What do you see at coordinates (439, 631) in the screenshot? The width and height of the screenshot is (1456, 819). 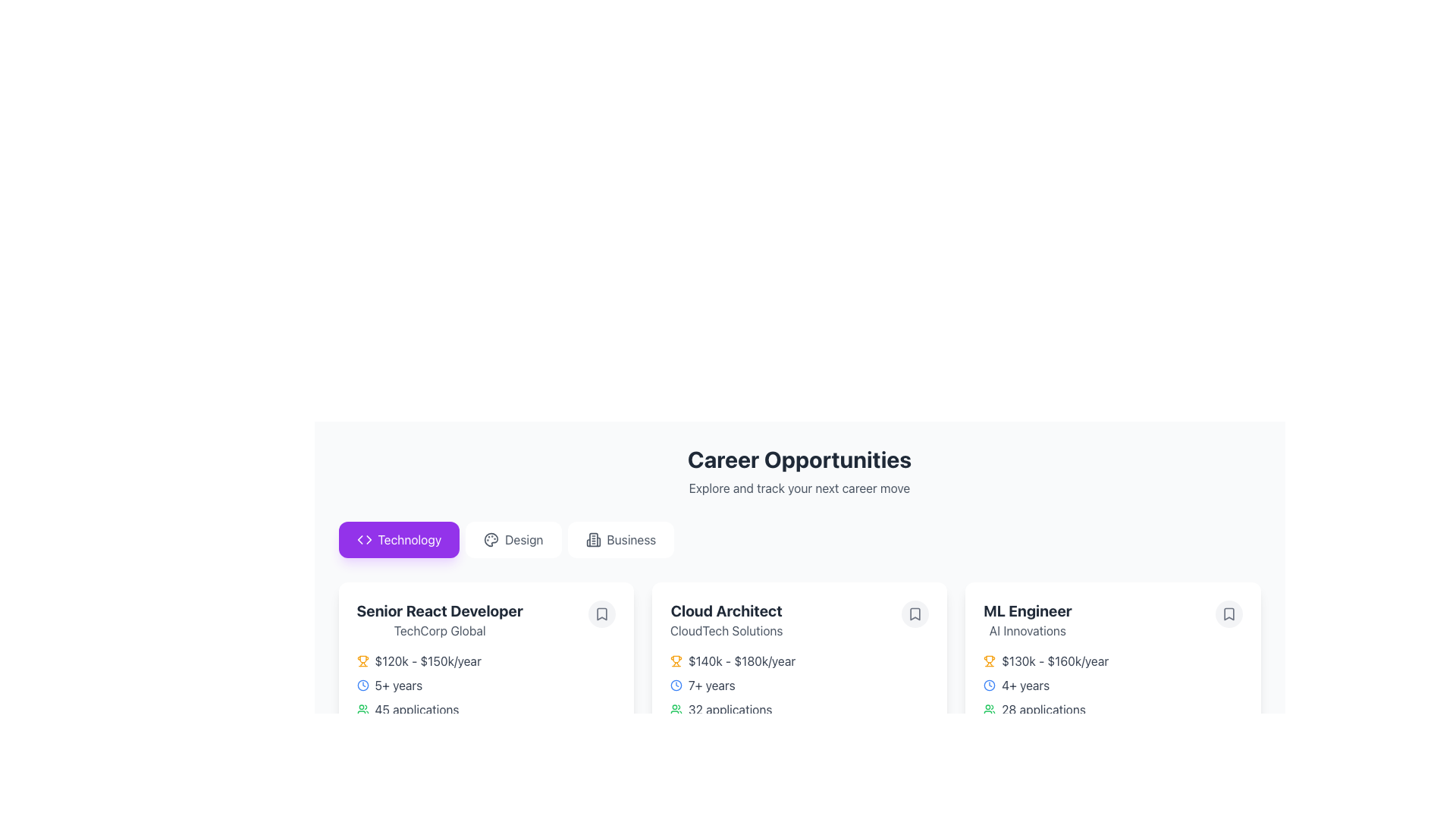 I see `the company name text label located underneath the 'Senior React Developer' title within the job card layout` at bounding box center [439, 631].